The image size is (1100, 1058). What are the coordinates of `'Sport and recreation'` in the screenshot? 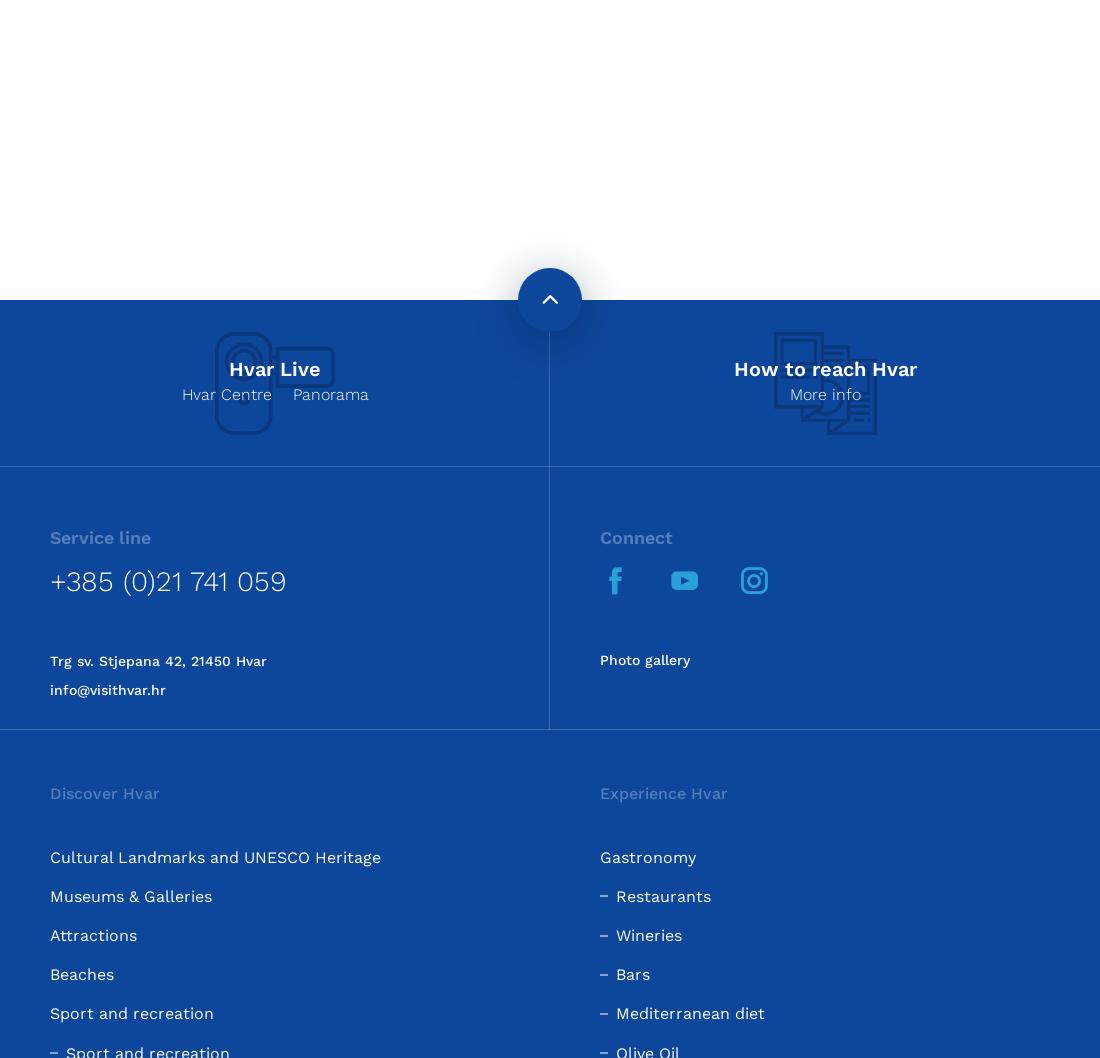 It's located at (132, 1012).